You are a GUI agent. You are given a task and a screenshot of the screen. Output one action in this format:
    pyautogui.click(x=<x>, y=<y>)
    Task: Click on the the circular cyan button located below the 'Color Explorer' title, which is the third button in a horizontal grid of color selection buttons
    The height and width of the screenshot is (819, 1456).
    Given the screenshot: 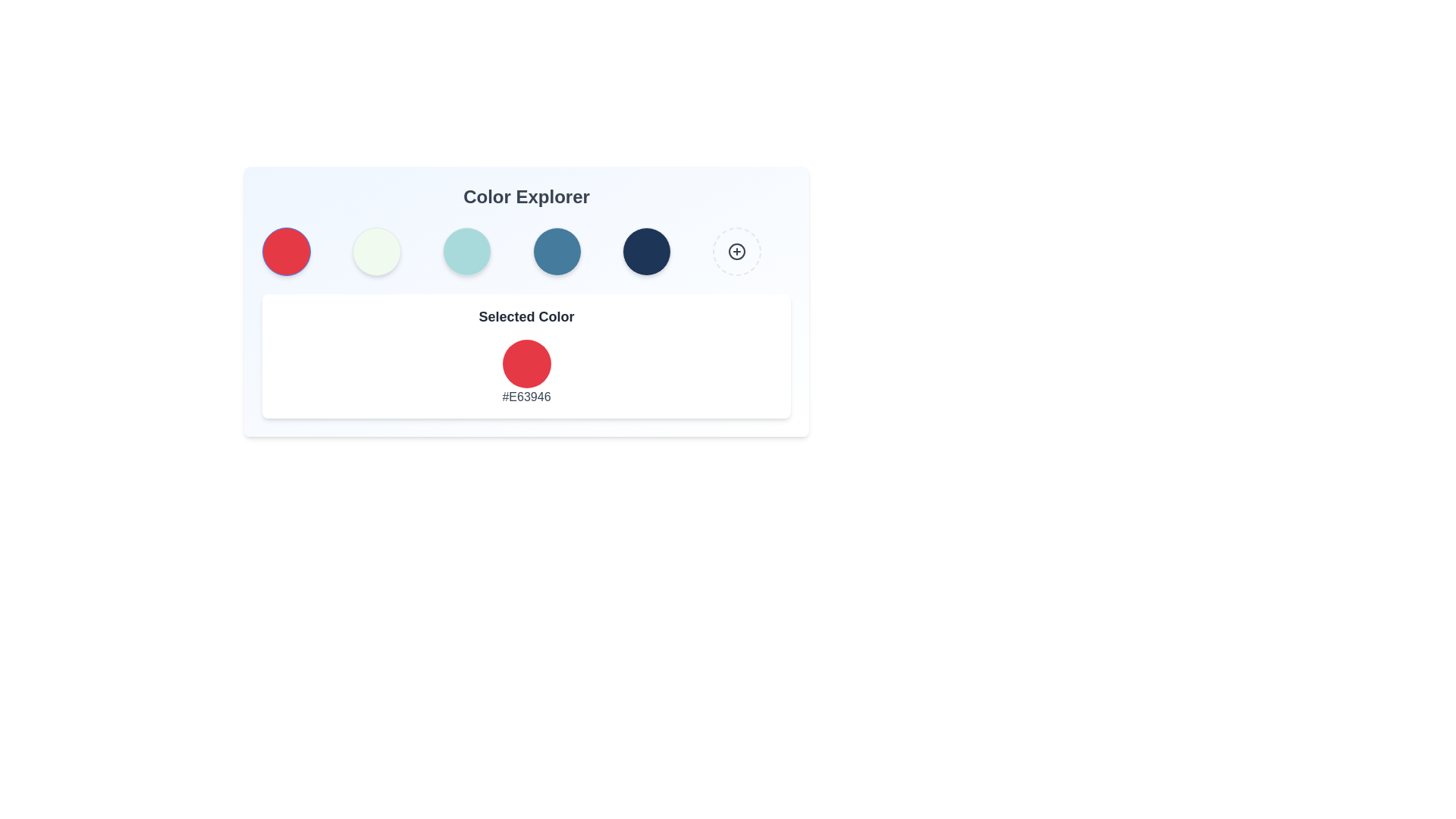 What is the action you would take?
    pyautogui.click(x=466, y=250)
    